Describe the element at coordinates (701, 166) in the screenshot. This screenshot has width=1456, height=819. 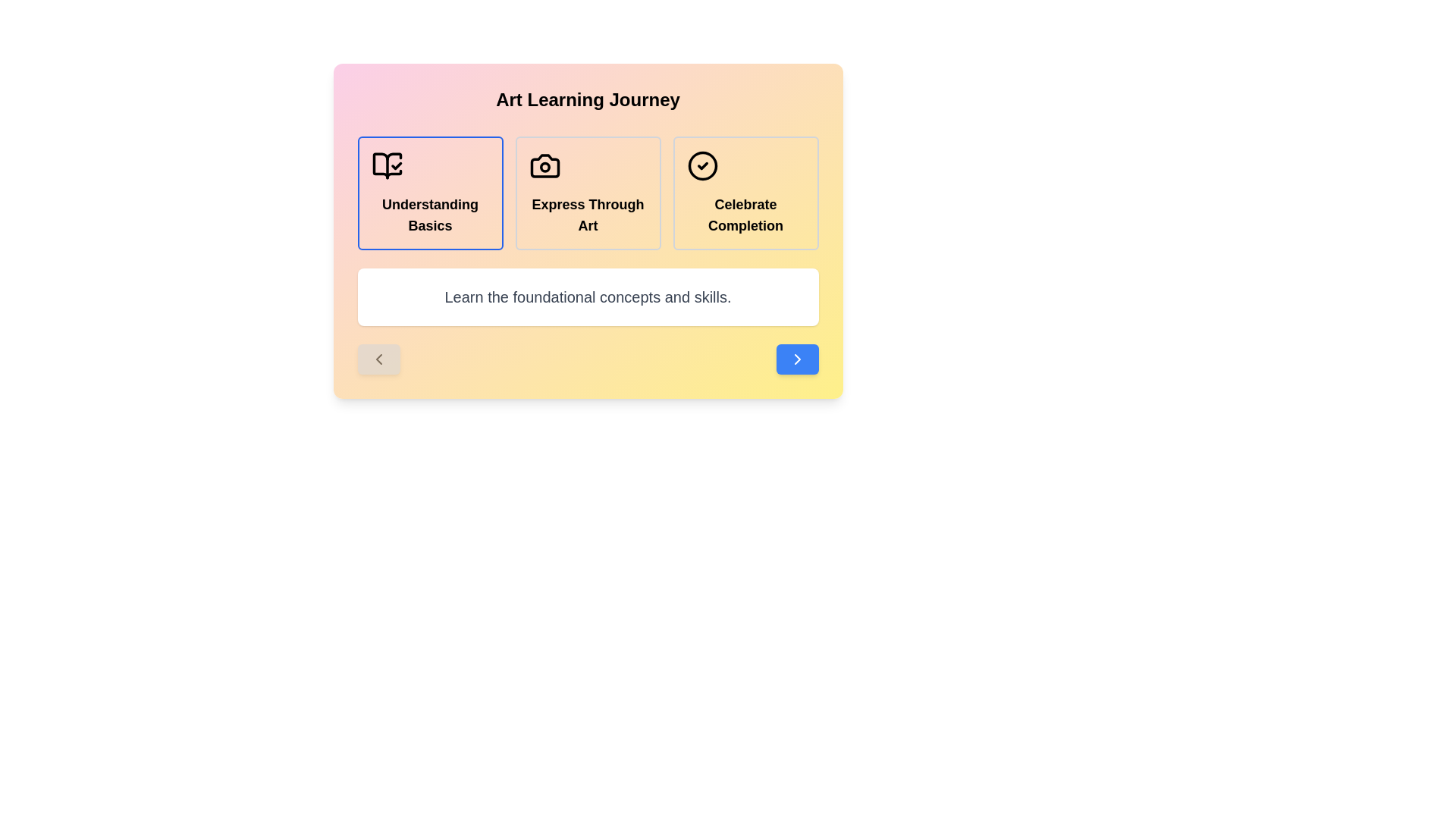
I see `the icon representing the phase Celebrate Completion` at that location.